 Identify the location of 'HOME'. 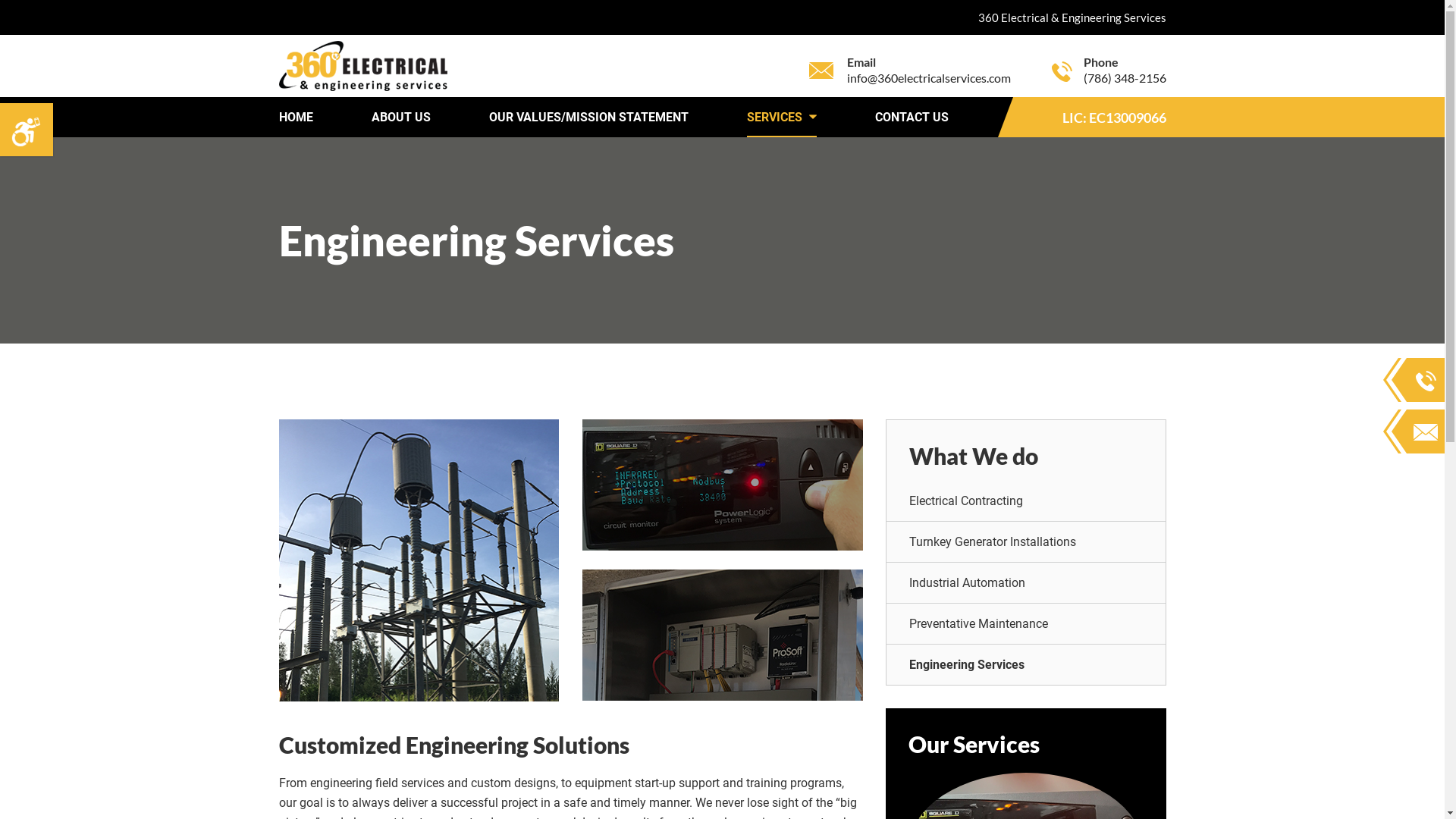
(296, 116).